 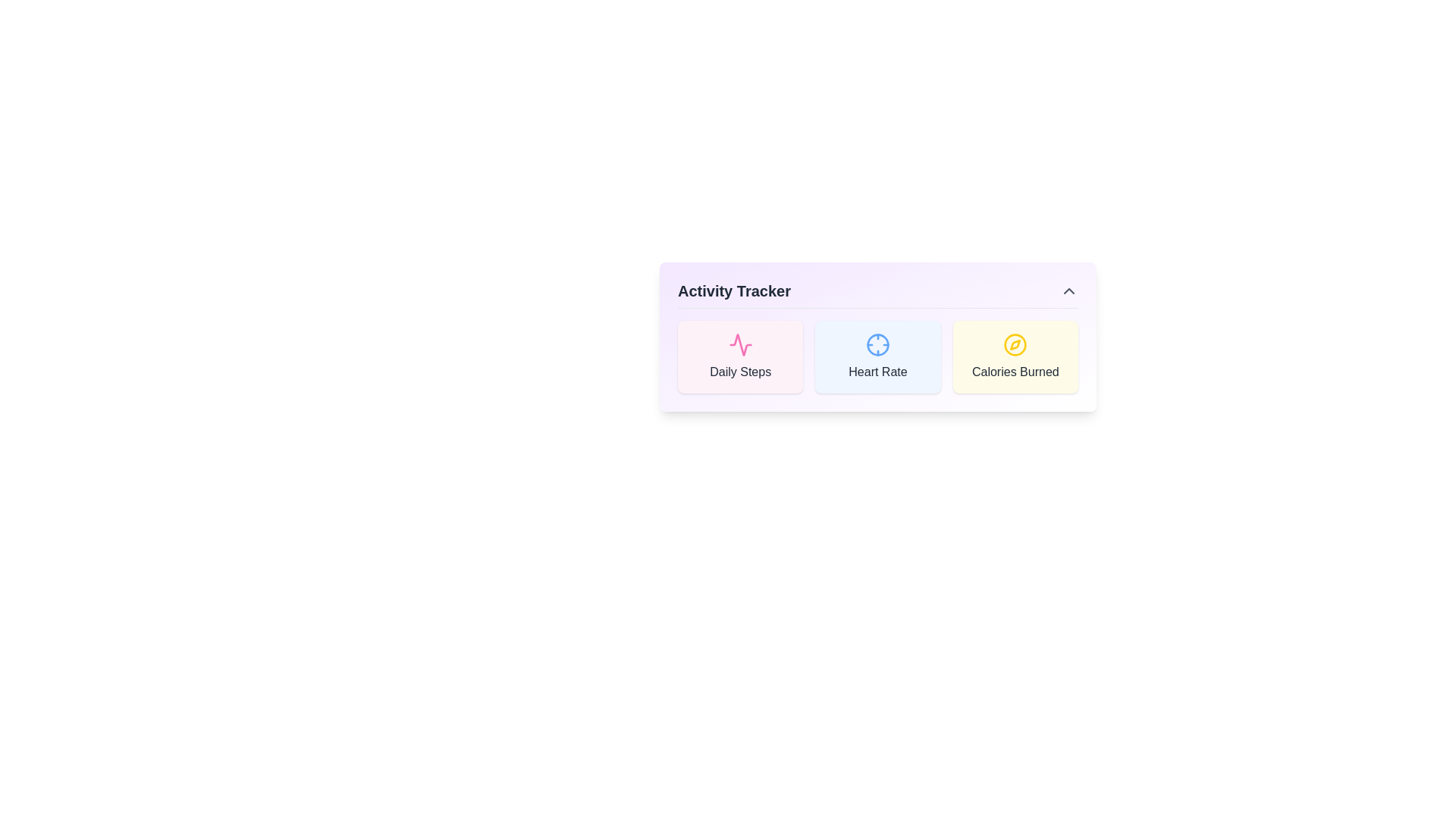 What do you see at coordinates (1015, 345) in the screenshot?
I see `the compass needle icon, which is styled in yellow and located within the 'Activity Tracker' panel under 'Calories Burned'` at bounding box center [1015, 345].